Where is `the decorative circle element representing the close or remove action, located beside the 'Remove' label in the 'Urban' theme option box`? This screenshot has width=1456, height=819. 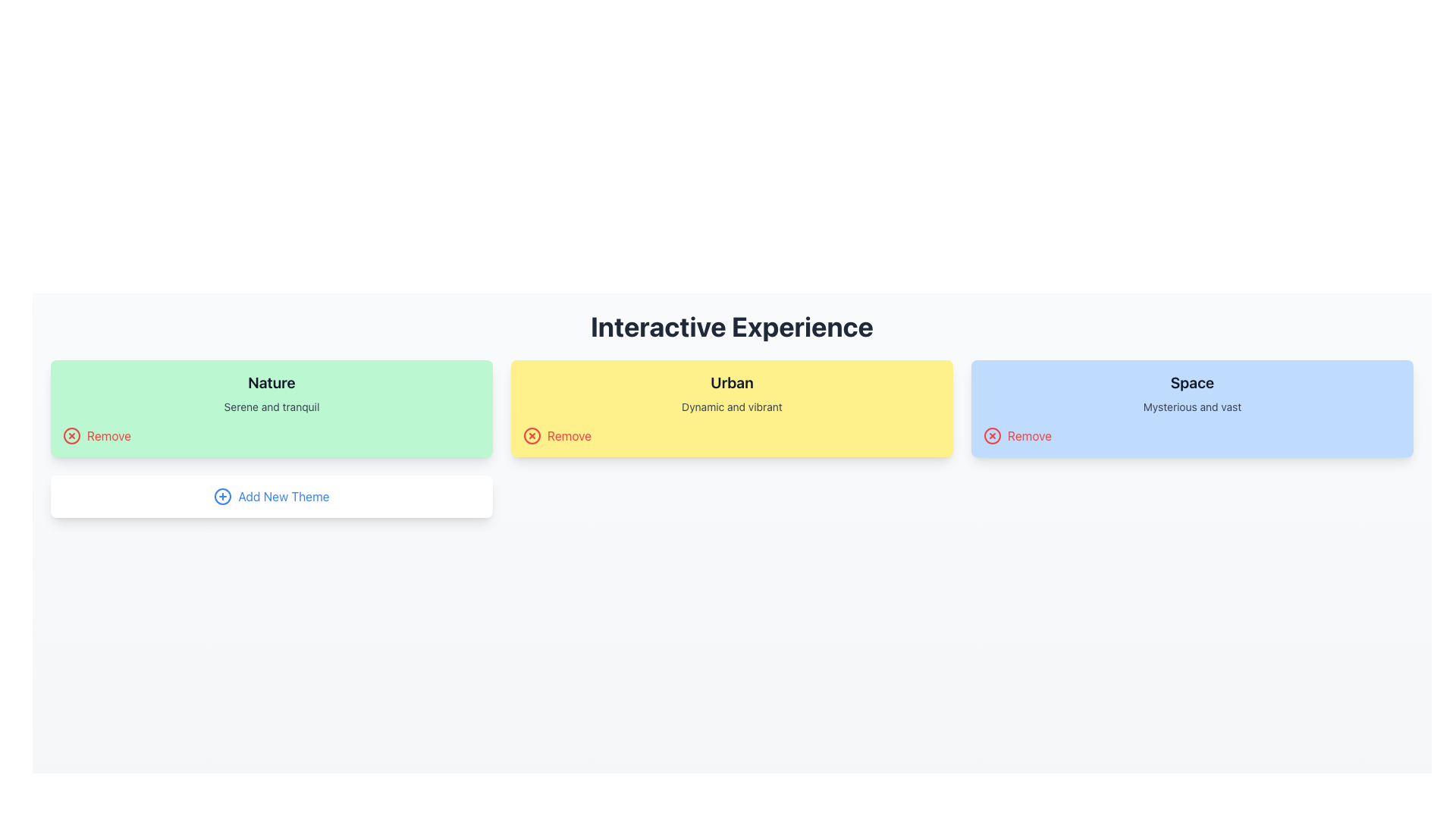
the decorative circle element representing the close or remove action, located beside the 'Remove' label in the 'Urban' theme option box is located at coordinates (532, 435).